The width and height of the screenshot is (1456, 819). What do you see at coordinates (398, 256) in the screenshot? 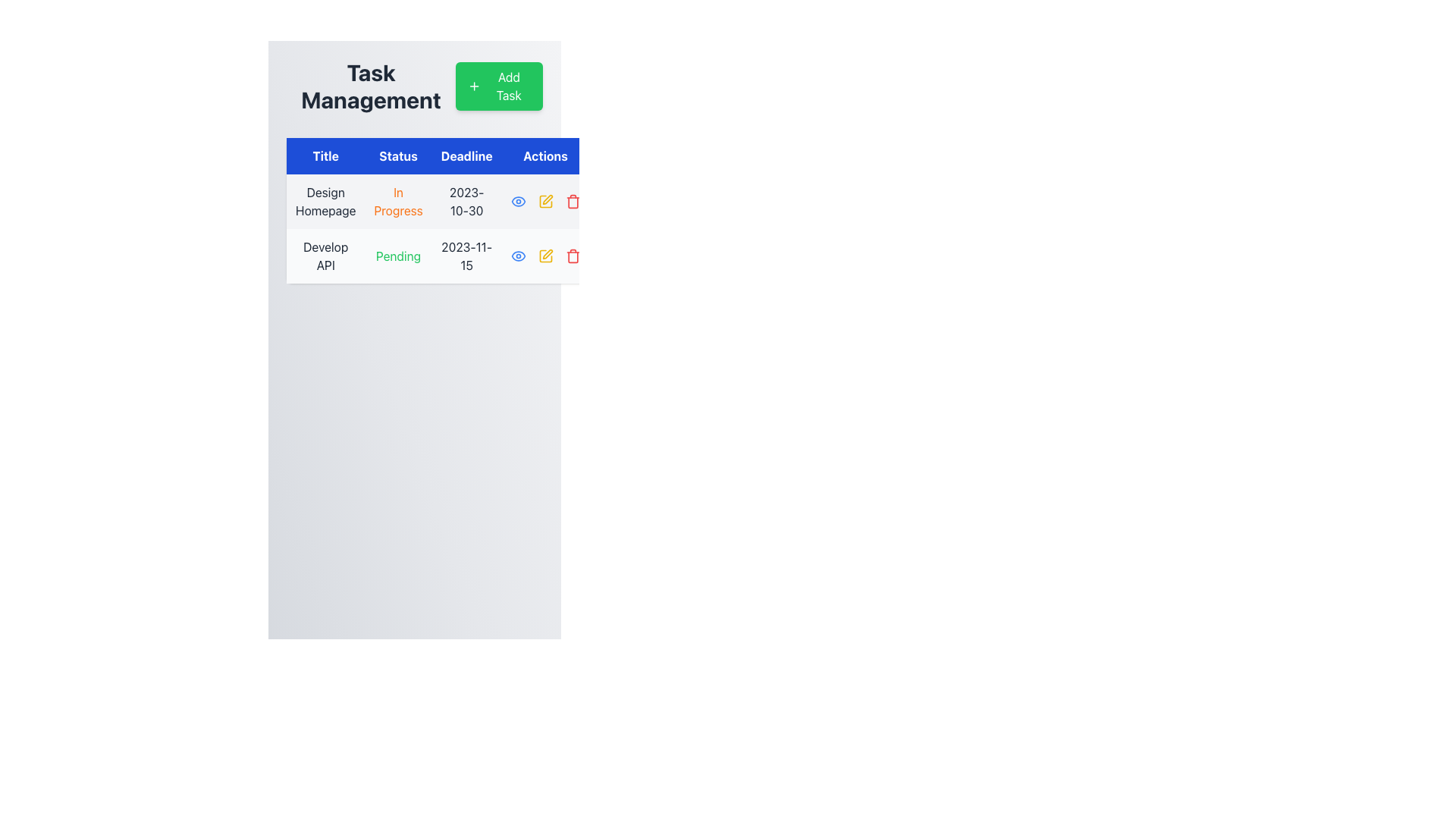
I see `the status text display indicating 'Pending' for the task 'Develop API' in the second column of the table, located beneath the 'Status' header` at bounding box center [398, 256].